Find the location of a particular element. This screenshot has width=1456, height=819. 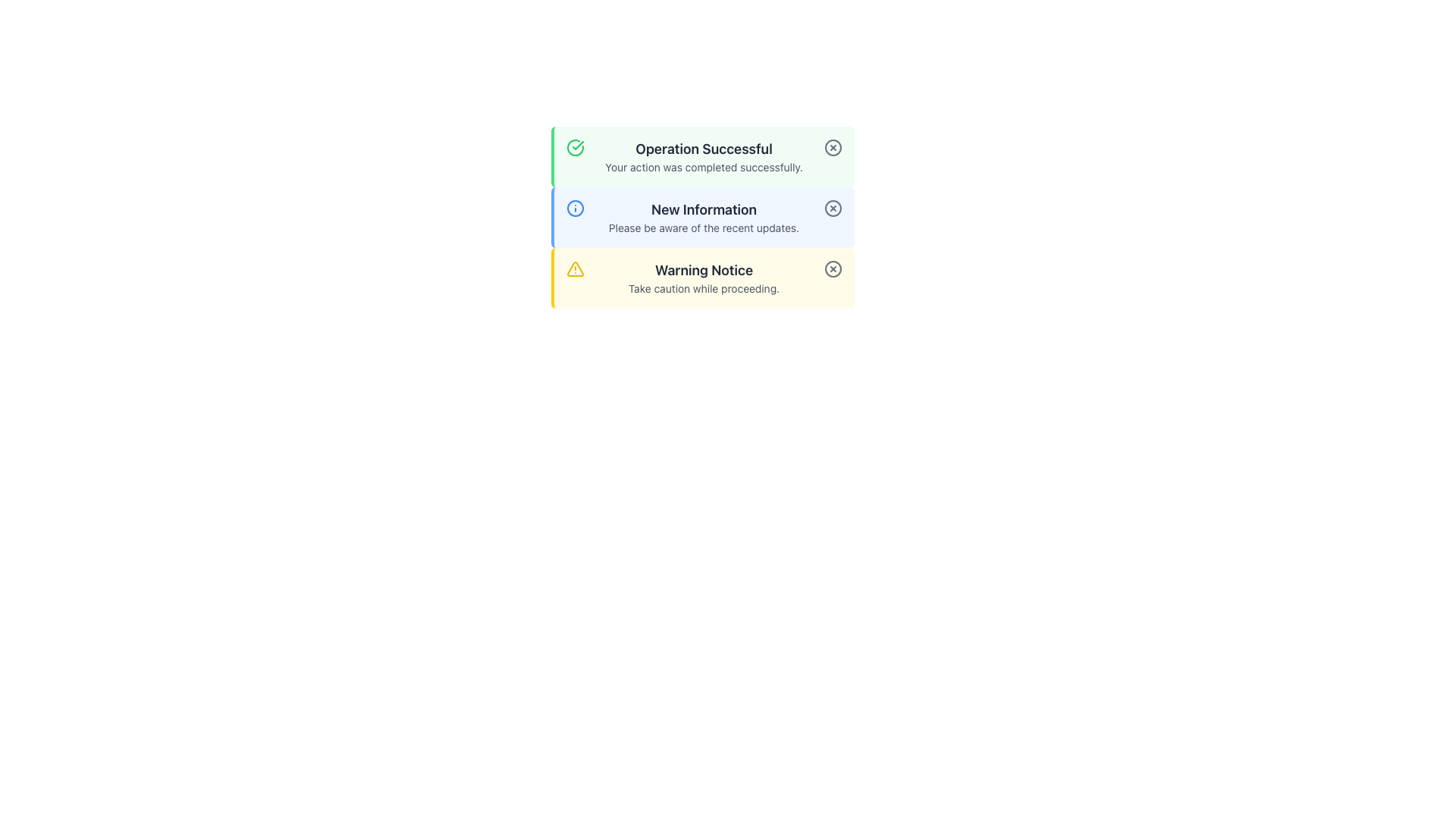

text from the Text block that displays 'Warning Notice' and 'Take caution while proceeding.' located in the third card of the vertical stack is located at coordinates (703, 278).